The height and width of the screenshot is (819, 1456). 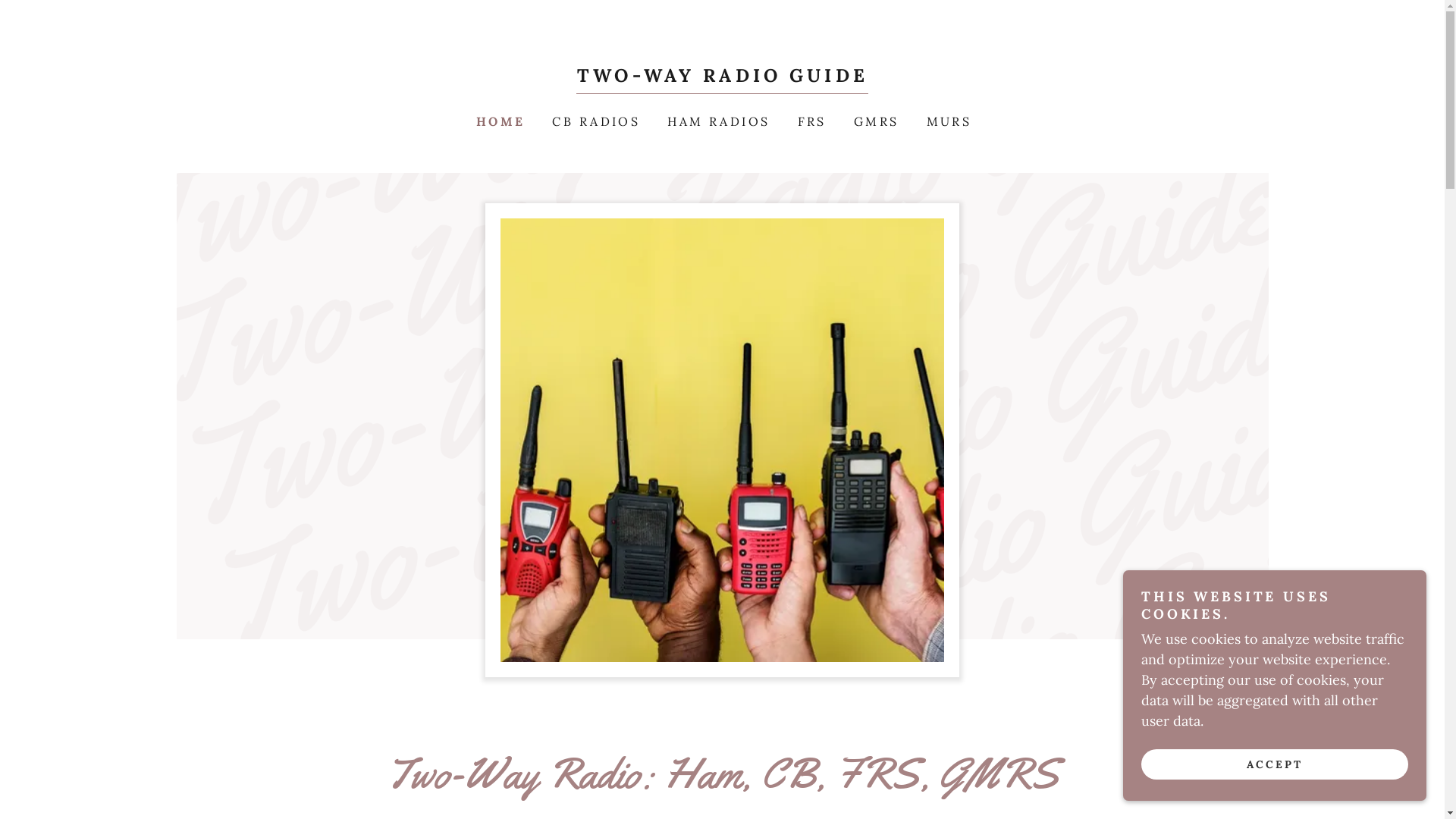 What do you see at coordinates (721, 77) in the screenshot?
I see `'TWO-WAY RADIO GUIDE'` at bounding box center [721, 77].